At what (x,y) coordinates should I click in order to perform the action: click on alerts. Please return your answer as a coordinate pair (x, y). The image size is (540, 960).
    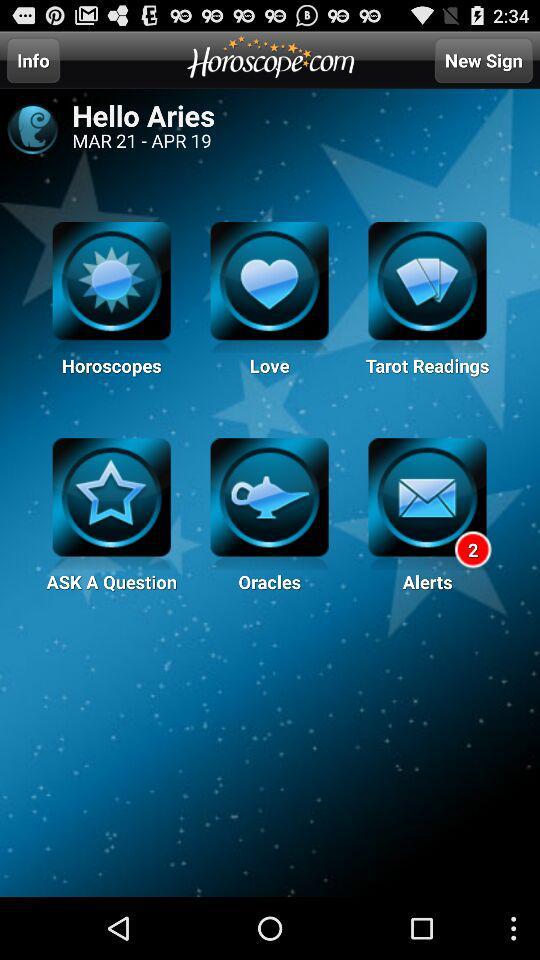
    Looking at the image, I should click on (426, 503).